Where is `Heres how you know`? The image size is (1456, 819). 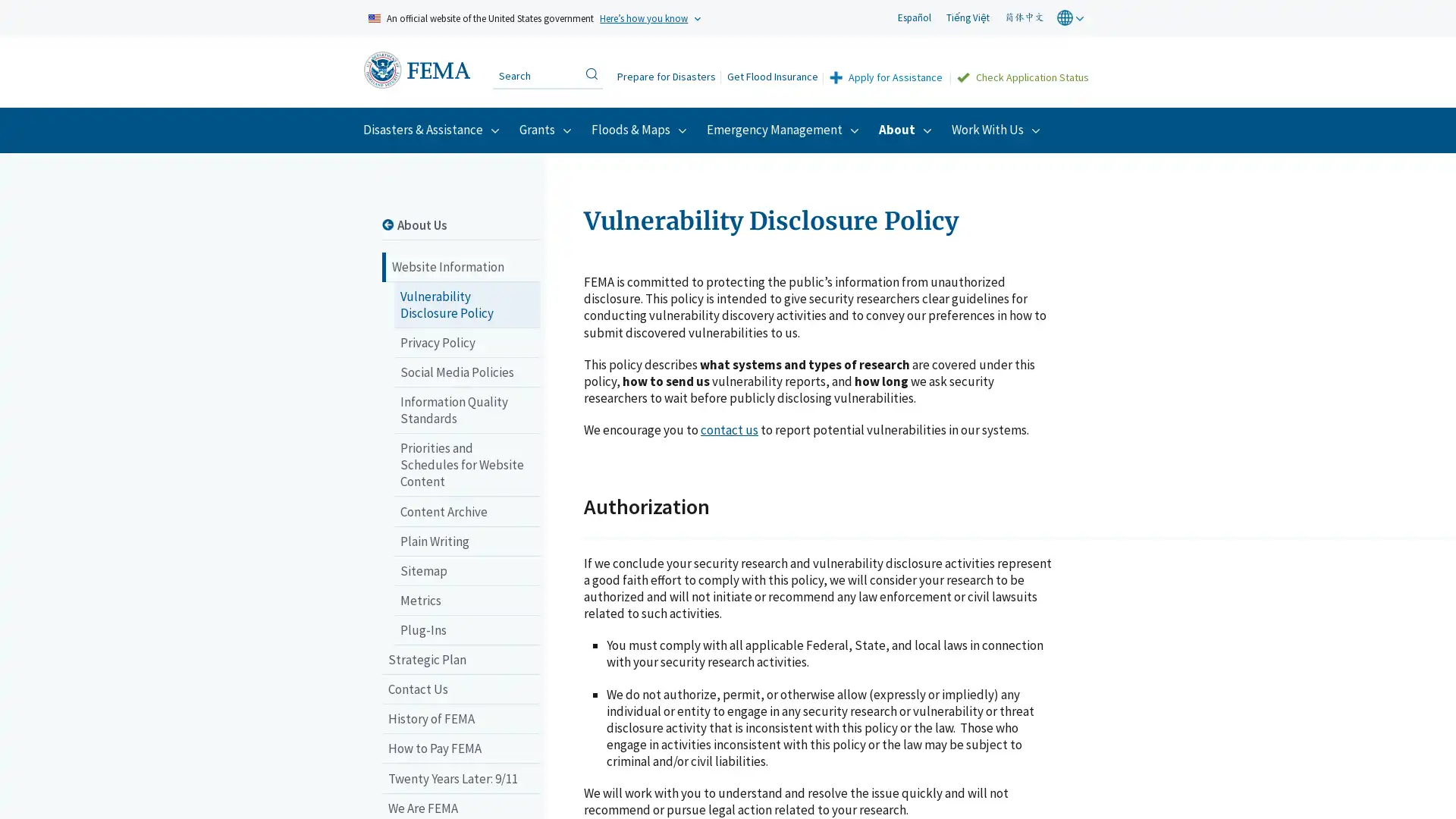 Heres how you know is located at coordinates (644, 17).